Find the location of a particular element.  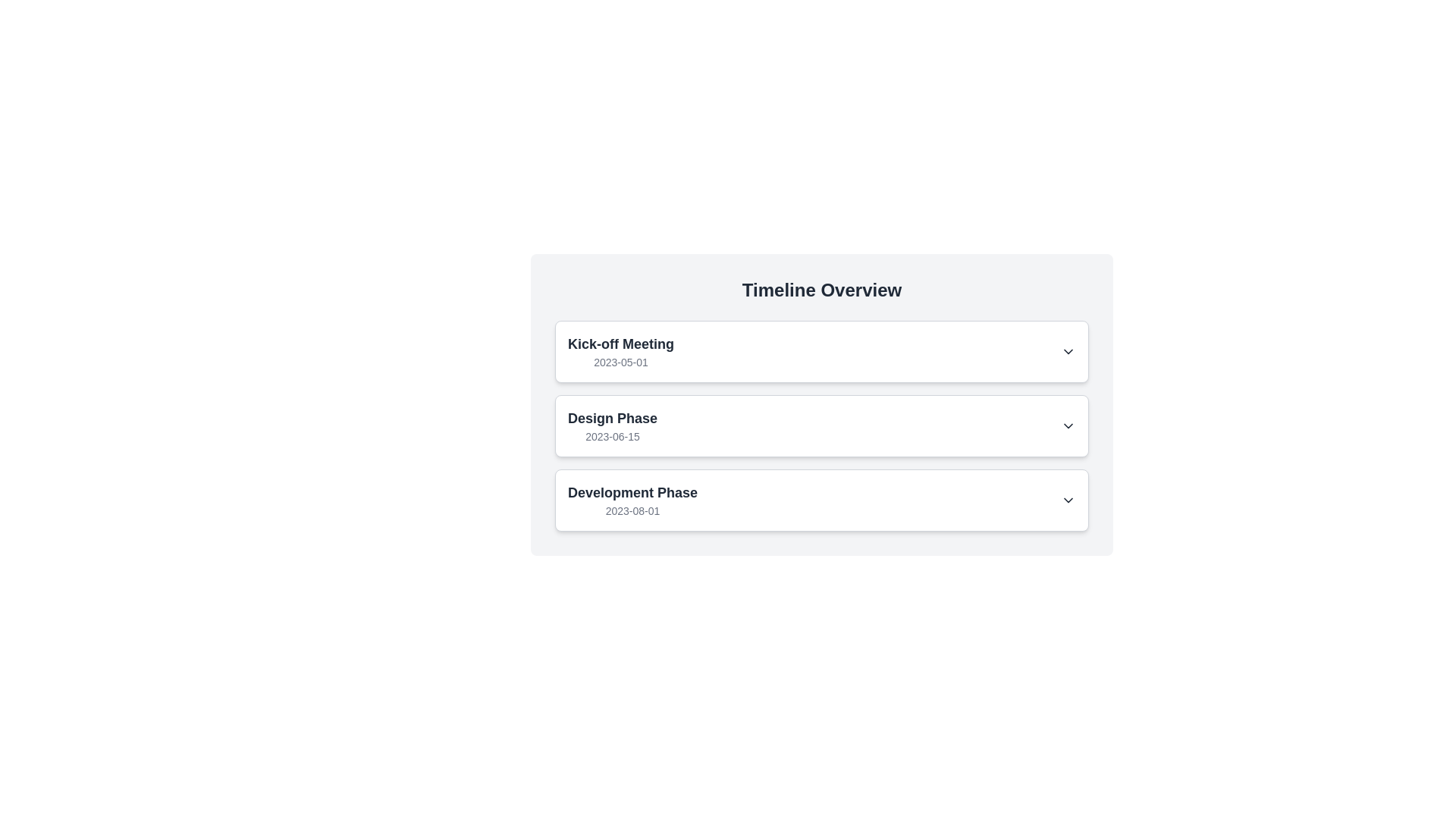

the chevron dropdown indicator icon located at the far right end of the 'Development Phase' section is located at coordinates (1068, 500).